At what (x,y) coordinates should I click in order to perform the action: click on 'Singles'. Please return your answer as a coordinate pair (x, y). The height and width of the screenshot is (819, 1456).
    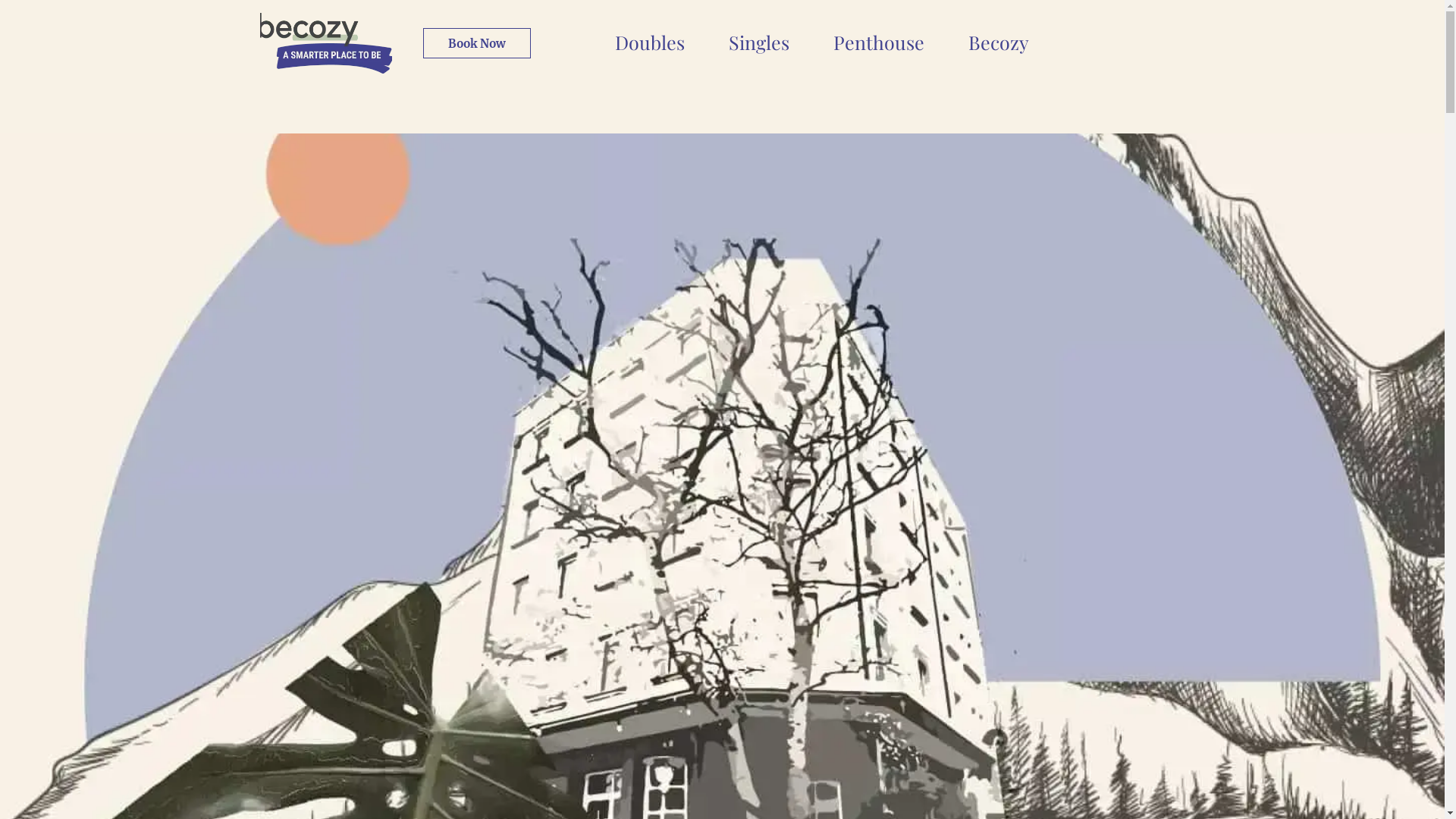
    Looking at the image, I should click on (759, 41).